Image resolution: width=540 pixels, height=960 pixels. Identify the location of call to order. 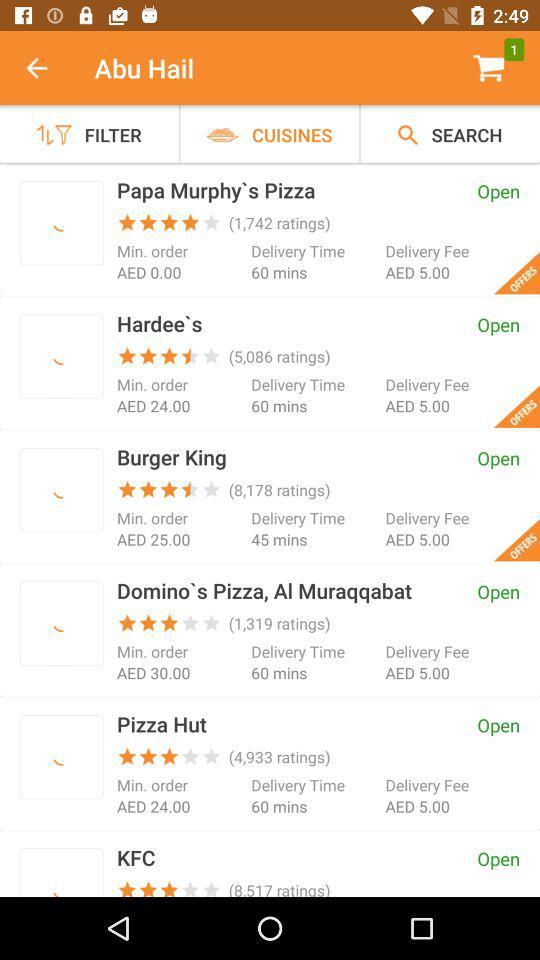
(61, 223).